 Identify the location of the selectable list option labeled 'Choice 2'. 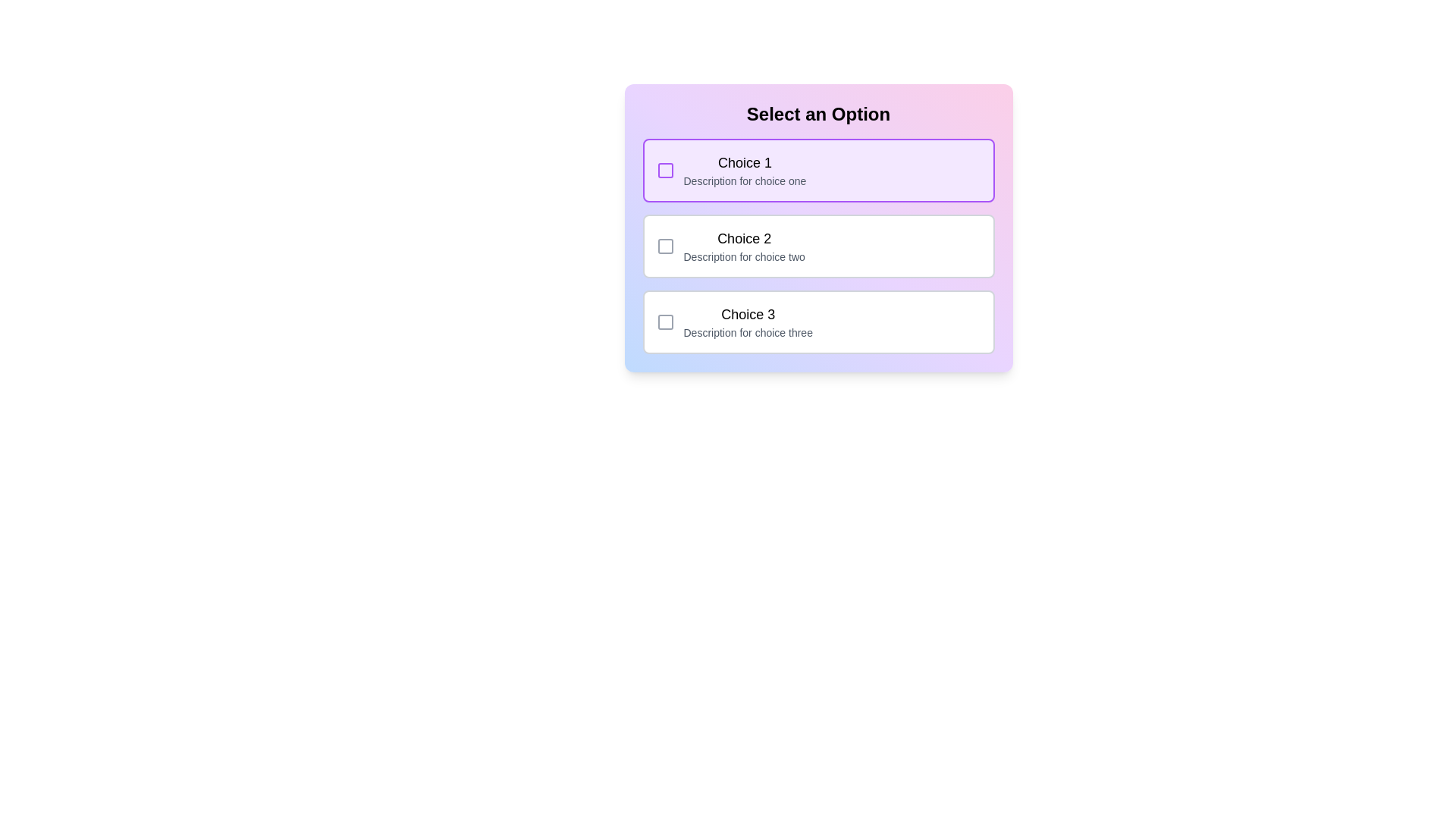
(817, 245).